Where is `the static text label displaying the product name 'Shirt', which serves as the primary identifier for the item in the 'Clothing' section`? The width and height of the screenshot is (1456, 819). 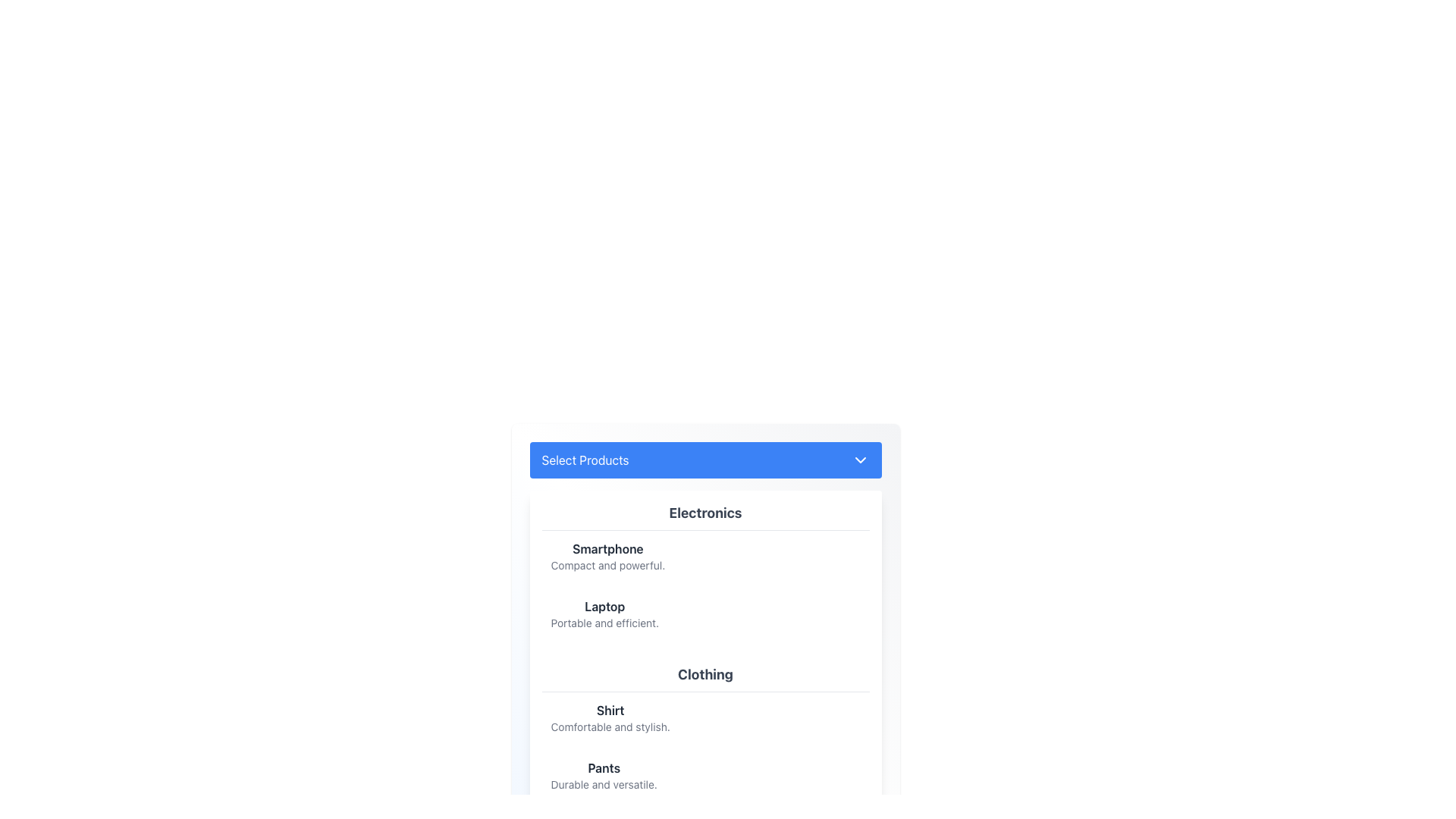
the static text label displaying the product name 'Shirt', which serves as the primary identifier for the item in the 'Clothing' section is located at coordinates (610, 711).